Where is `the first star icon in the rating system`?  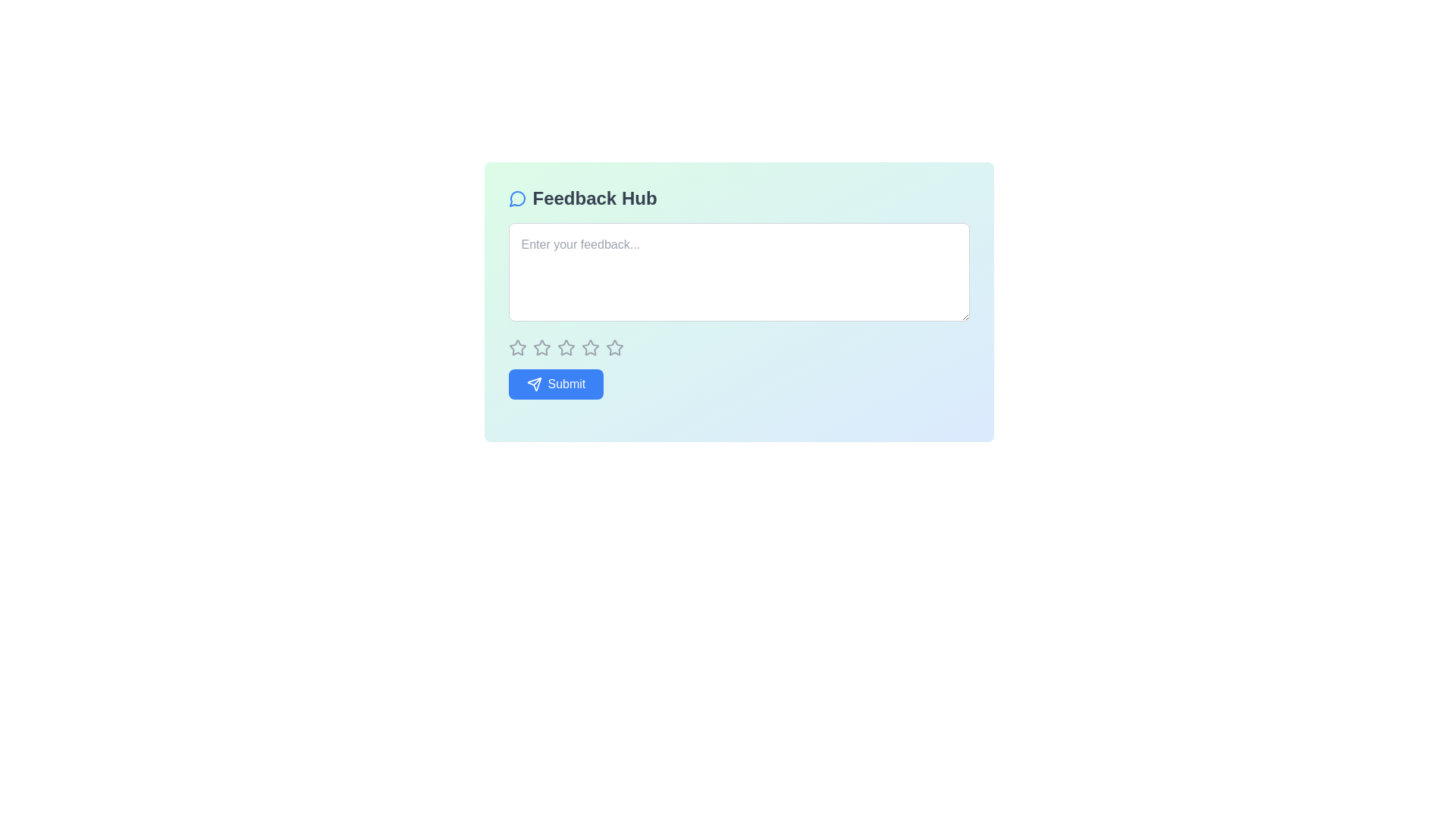 the first star icon in the rating system is located at coordinates (517, 347).